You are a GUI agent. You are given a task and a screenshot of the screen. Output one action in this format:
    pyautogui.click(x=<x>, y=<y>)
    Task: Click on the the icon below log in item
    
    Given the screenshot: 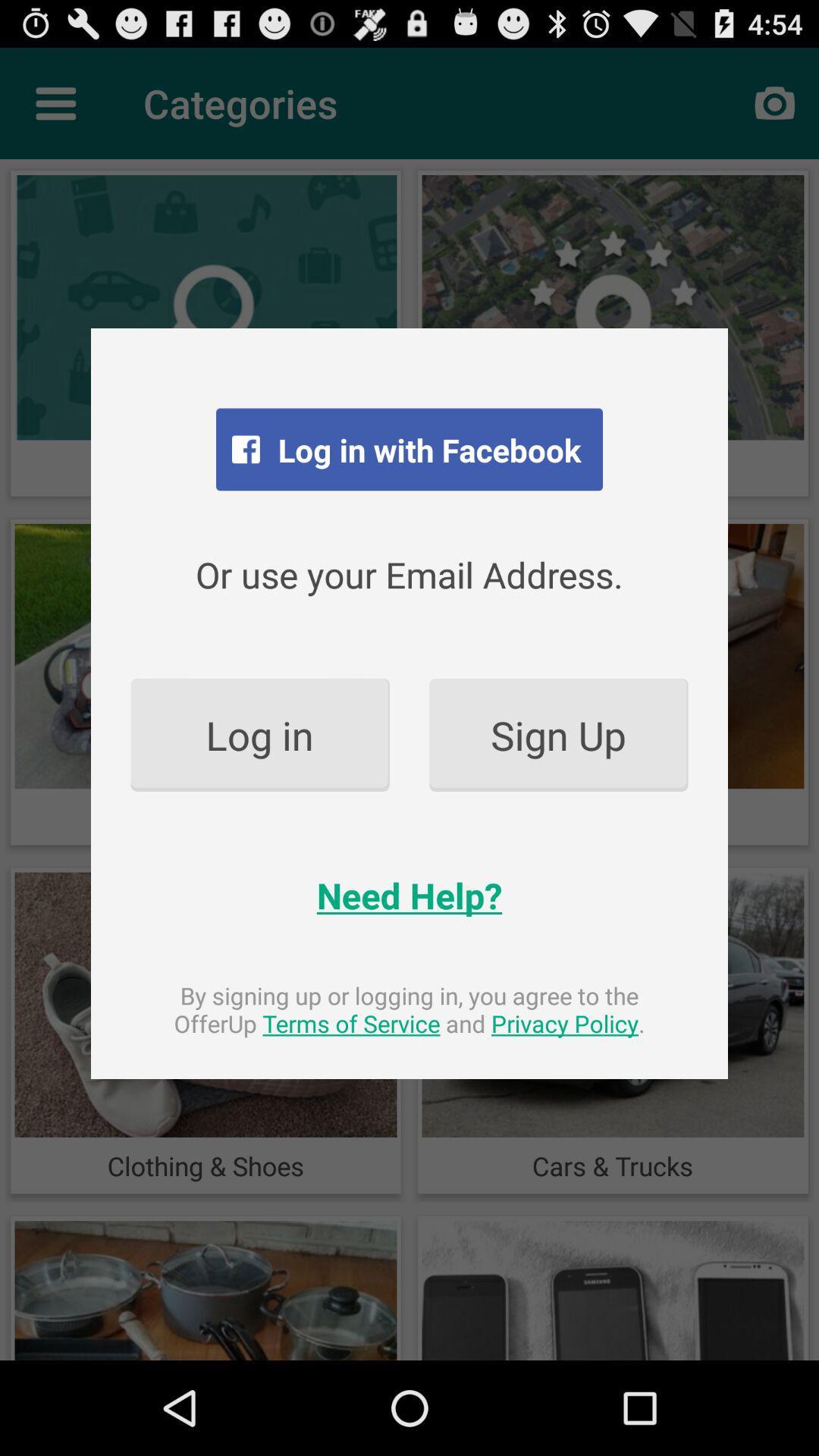 What is the action you would take?
    pyautogui.click(x=409, y=895)
    